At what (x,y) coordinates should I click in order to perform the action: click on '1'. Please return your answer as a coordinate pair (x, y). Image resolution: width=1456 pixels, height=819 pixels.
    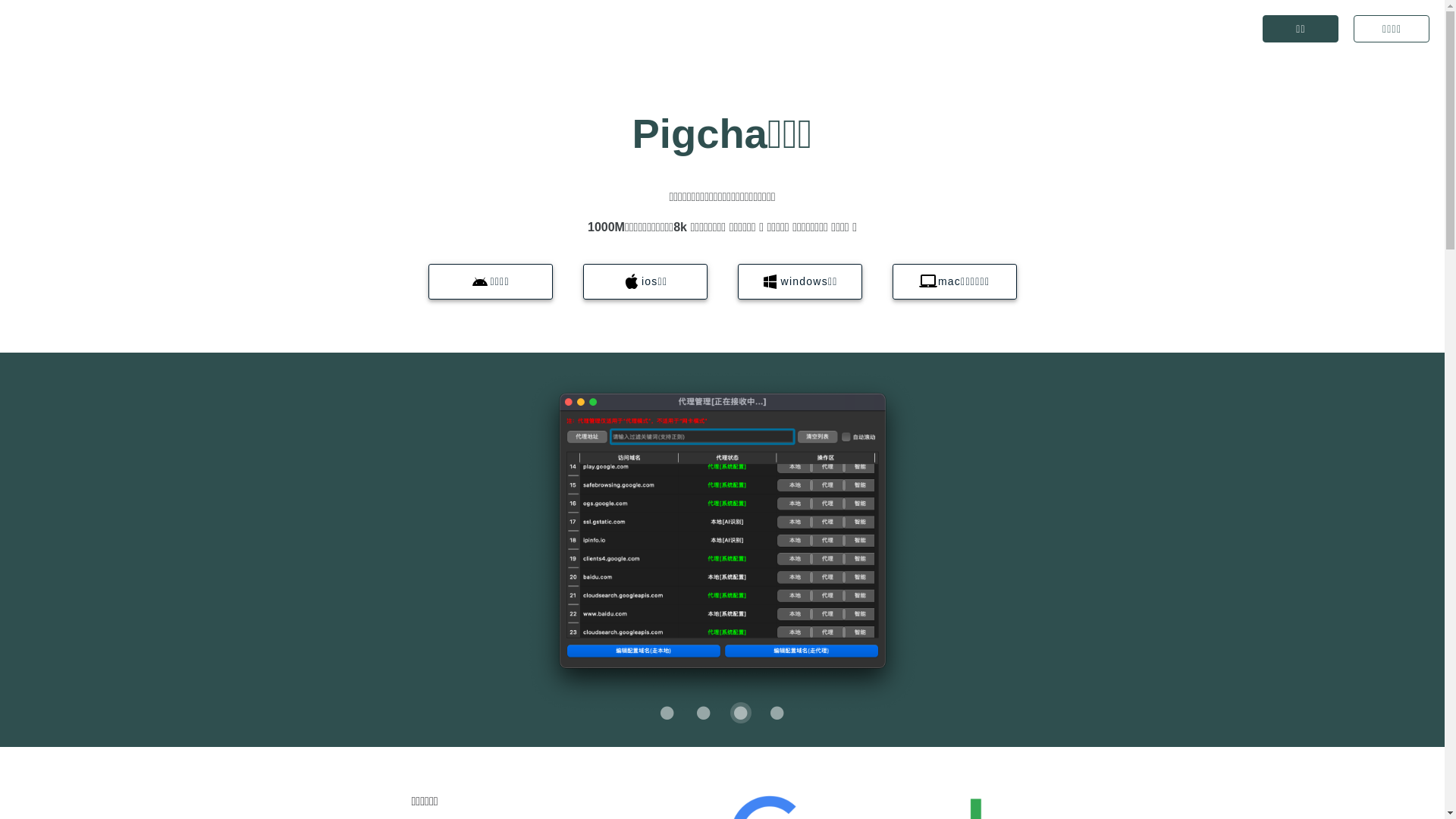
    Looking at the image, I should click on (692, 713).